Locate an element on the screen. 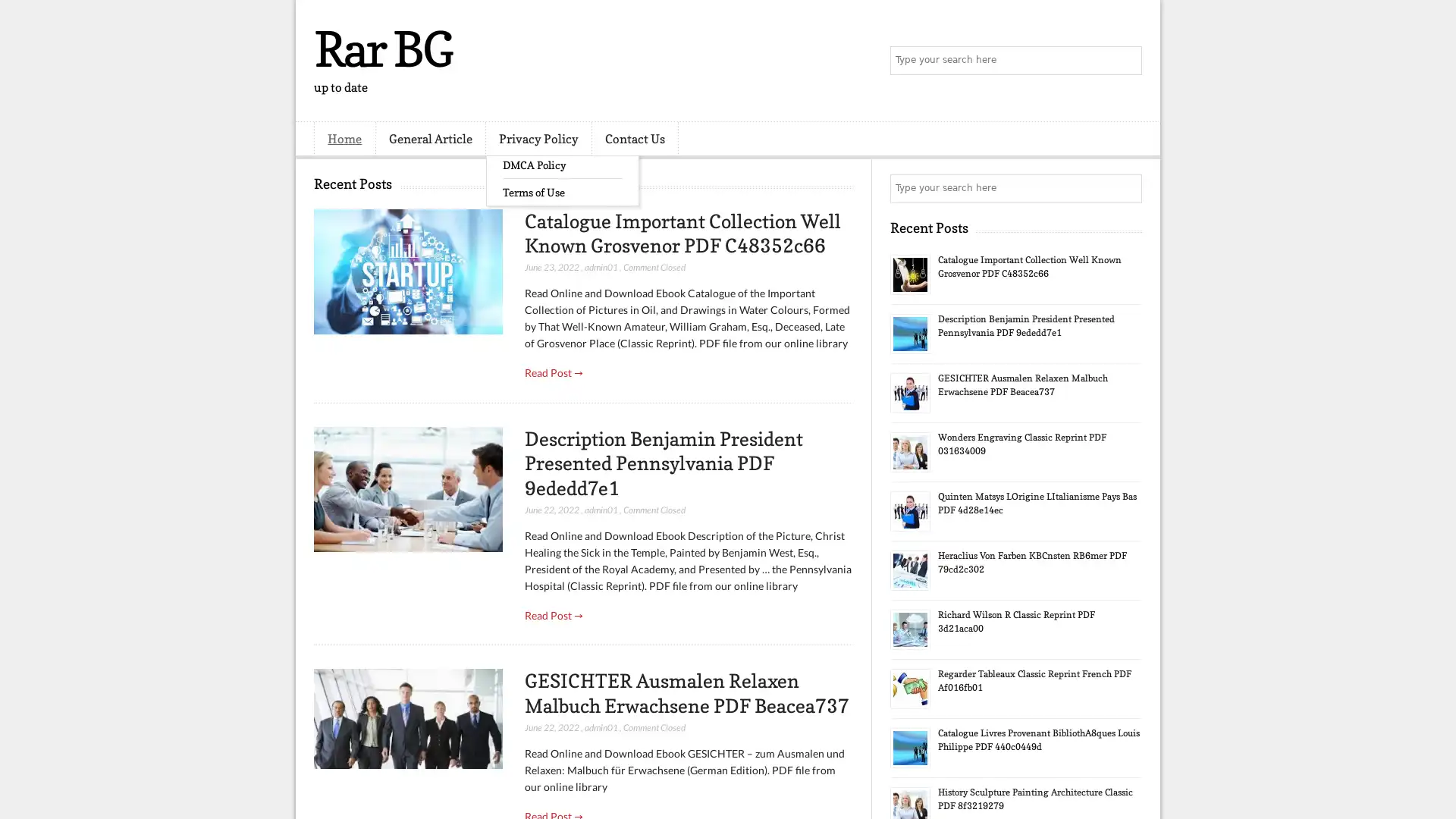 This screenshot has width=1456, height=819. Search is located at coordinates (1126, 188).